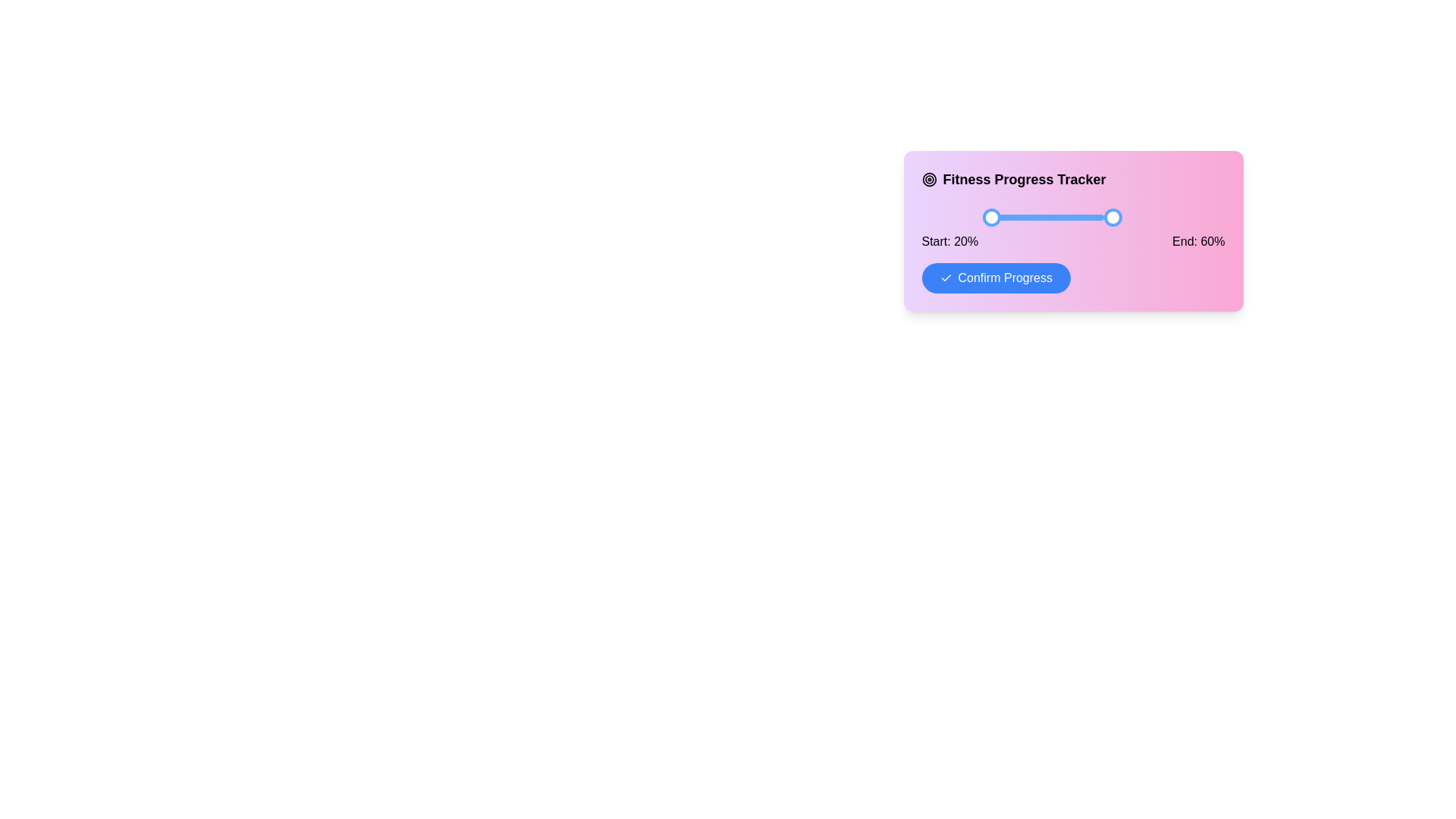  What do you see at coordinates (945, 278) in the screenshot?
I see `checkmark icon located within the 'Confirm Progress' button, which has a blue background and rounded corners` at bounding box center [945, 278].